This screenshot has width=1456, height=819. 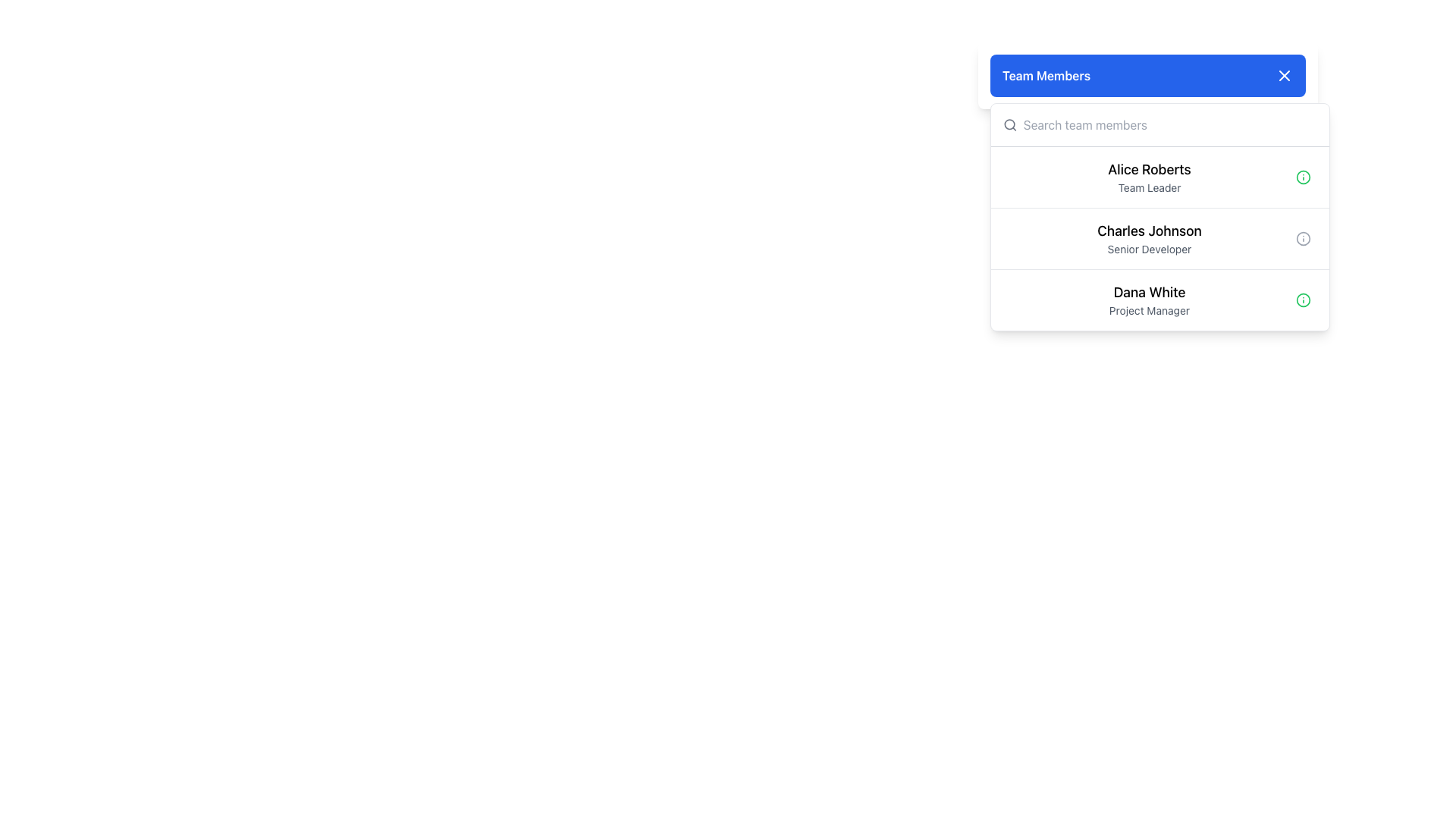 I want to click on the informational icon located to the far right of the text 'Alice Roberts Team Leader' in the first row of the list, so click(x=1302, y=177).